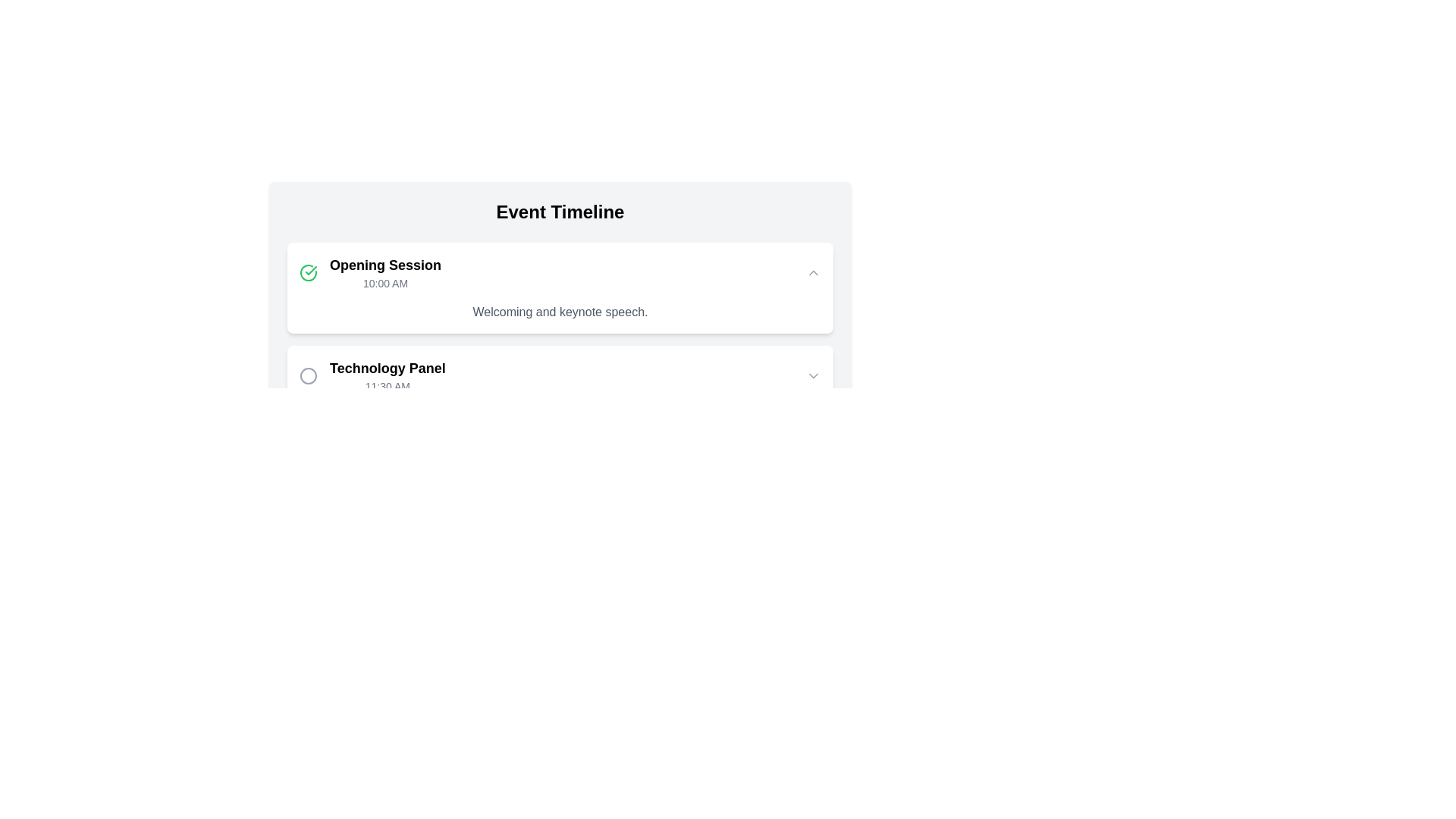 Image resolution: width=1456 pixels, height=819 pixels. I want to click on the green circular icon with a checkmark and the text 'Opening Session', so click(370, 271).